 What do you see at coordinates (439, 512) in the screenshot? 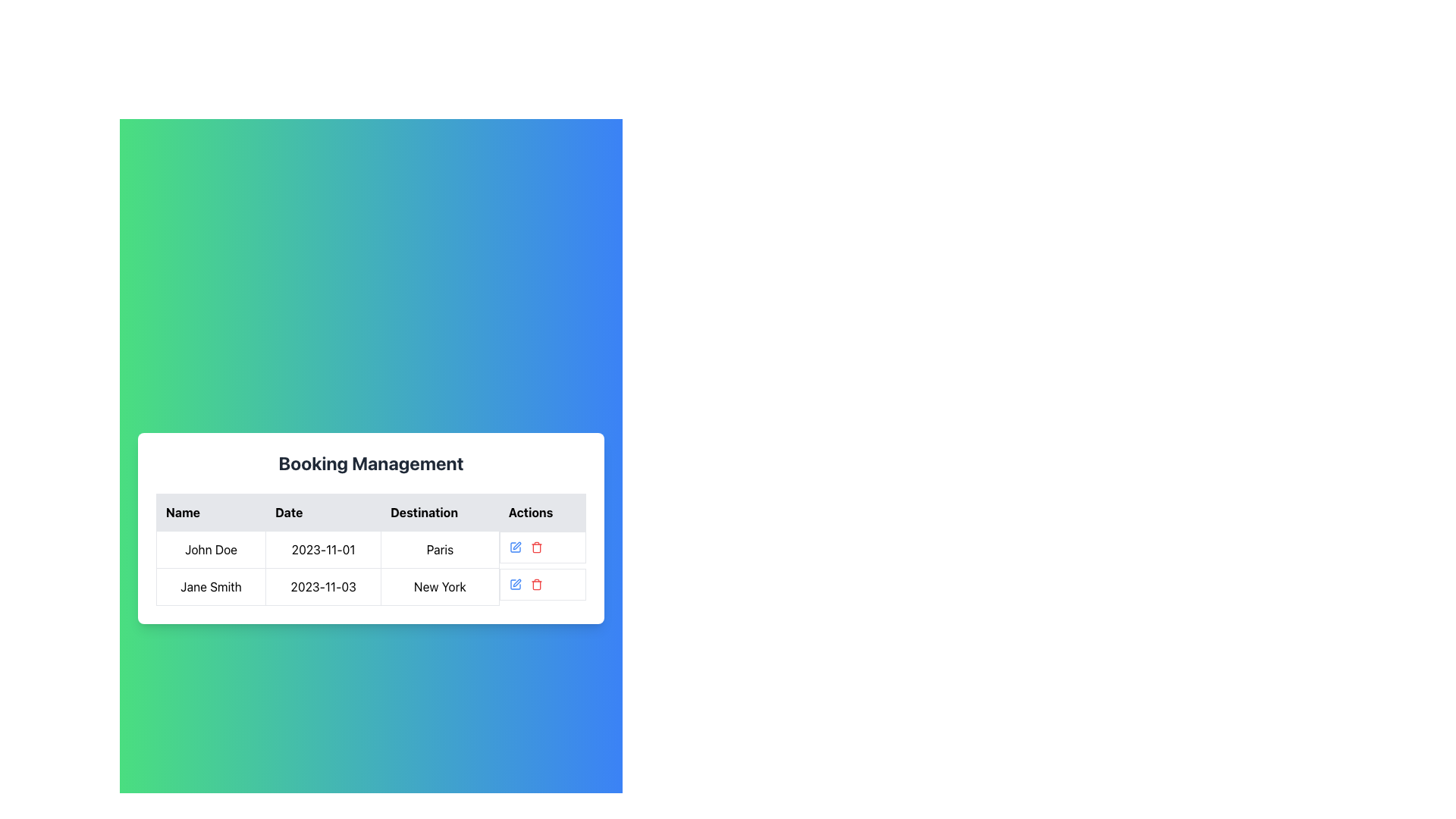
I see `the text label 'Destination', which is a bold font header in a light-gray background, located in the third column of a four-column table header` at bounding box center [439, 512].